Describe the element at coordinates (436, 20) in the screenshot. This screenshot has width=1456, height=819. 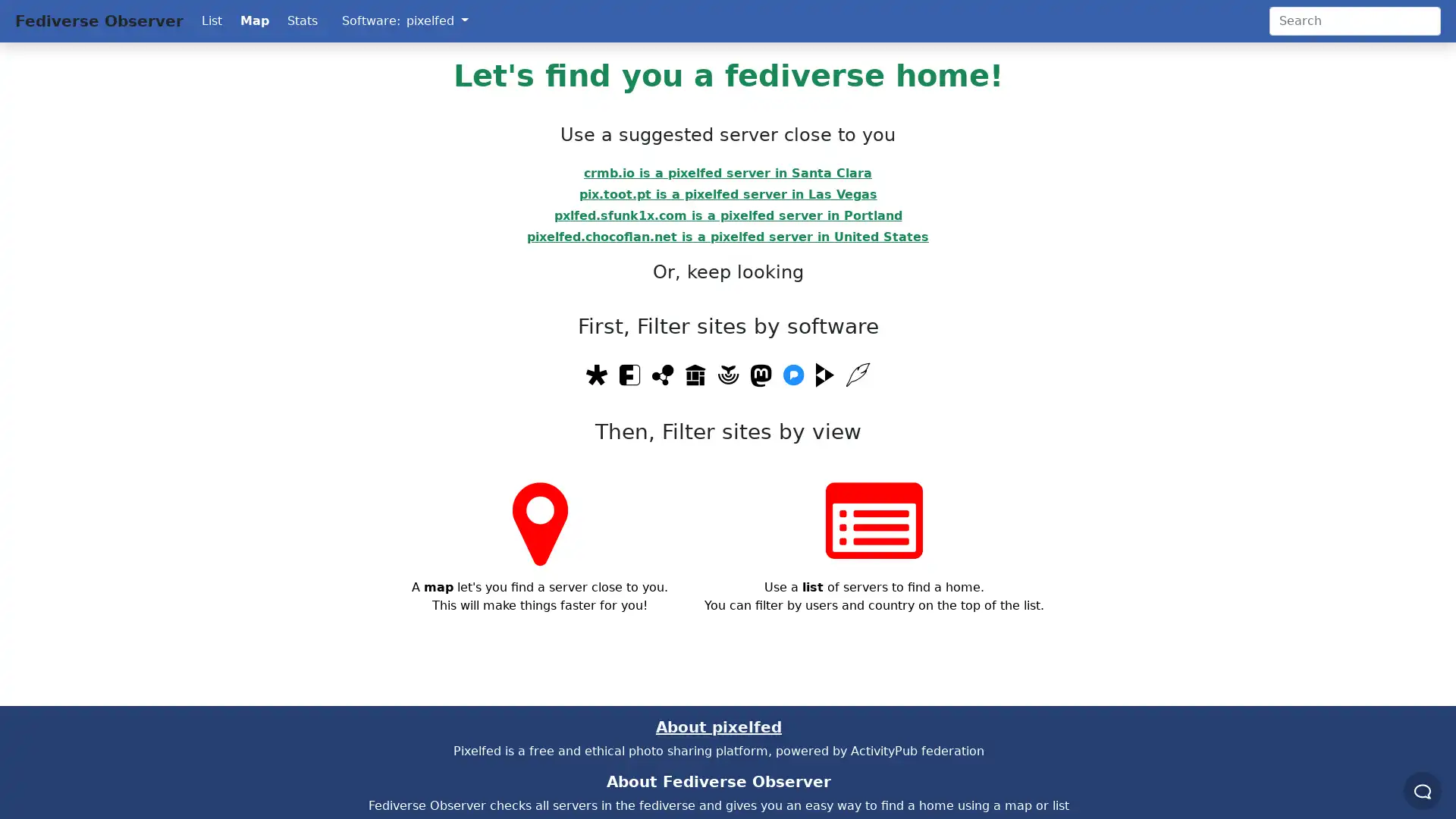
I see `pixelfed` at that location.